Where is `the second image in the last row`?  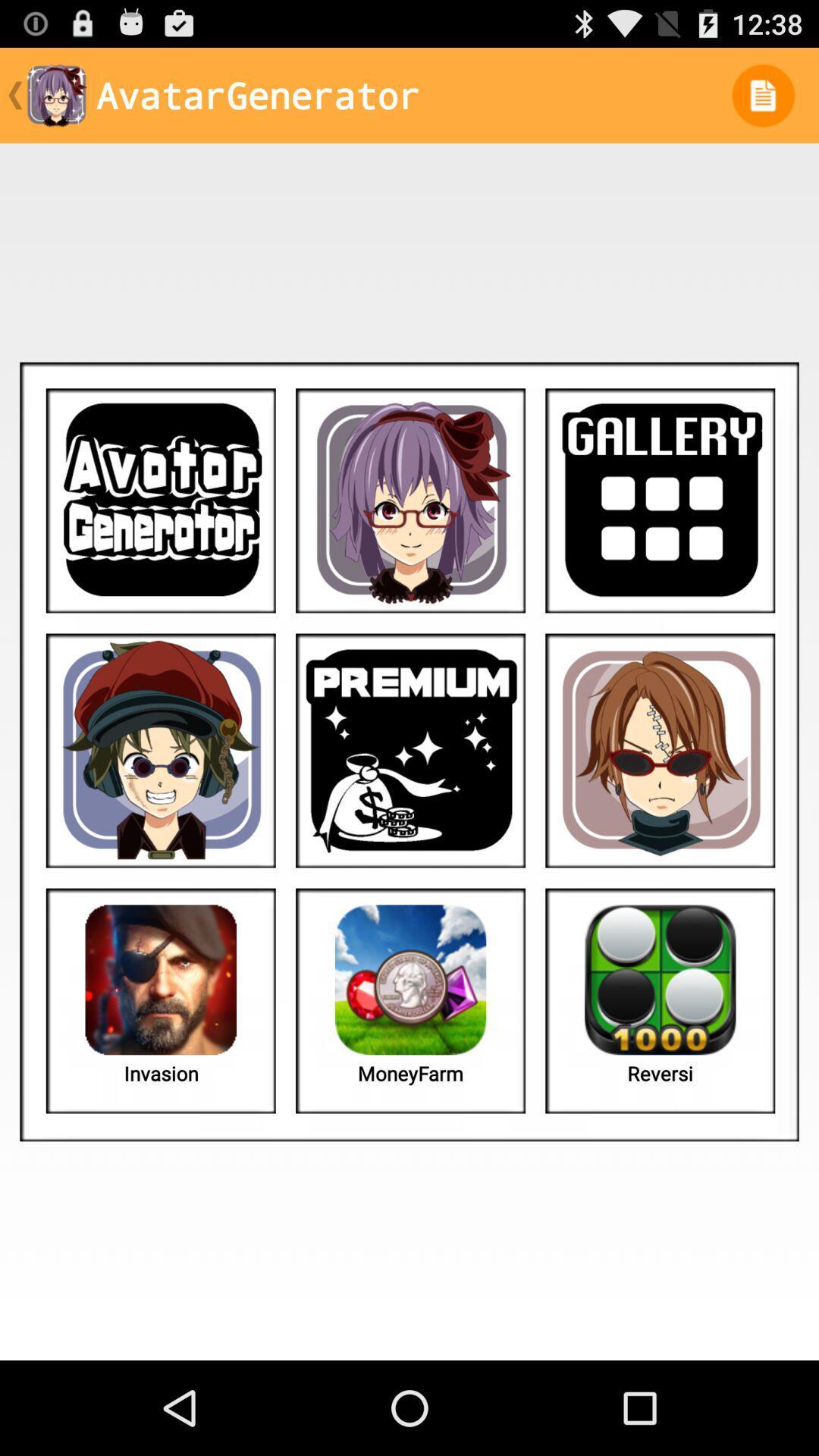
the second image in the last row is located at coordinates (410, 1005).